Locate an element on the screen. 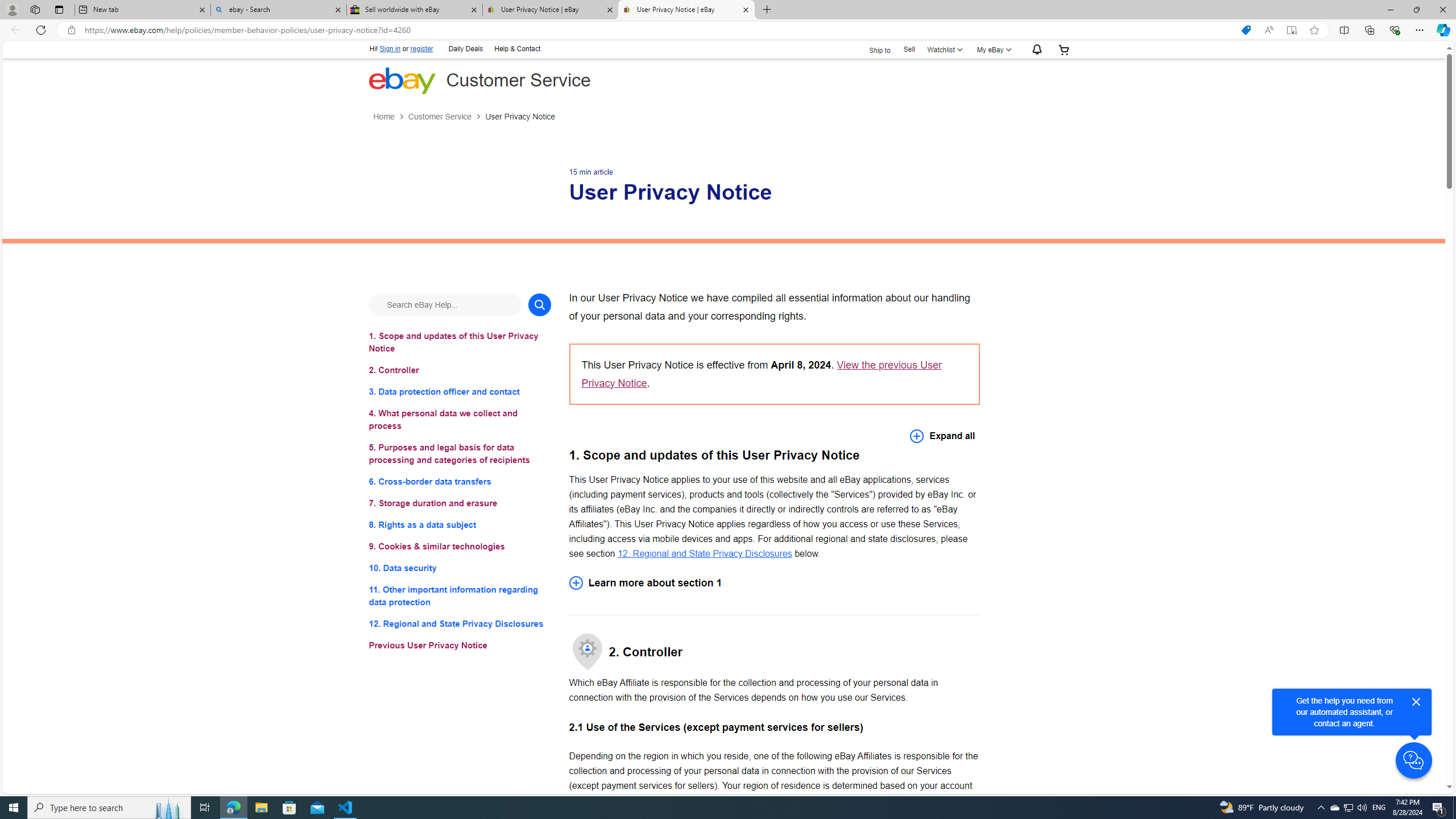 The height and width of the screenshot is (819, 1456). '10. Data security' is located at coordinates (459, 568).